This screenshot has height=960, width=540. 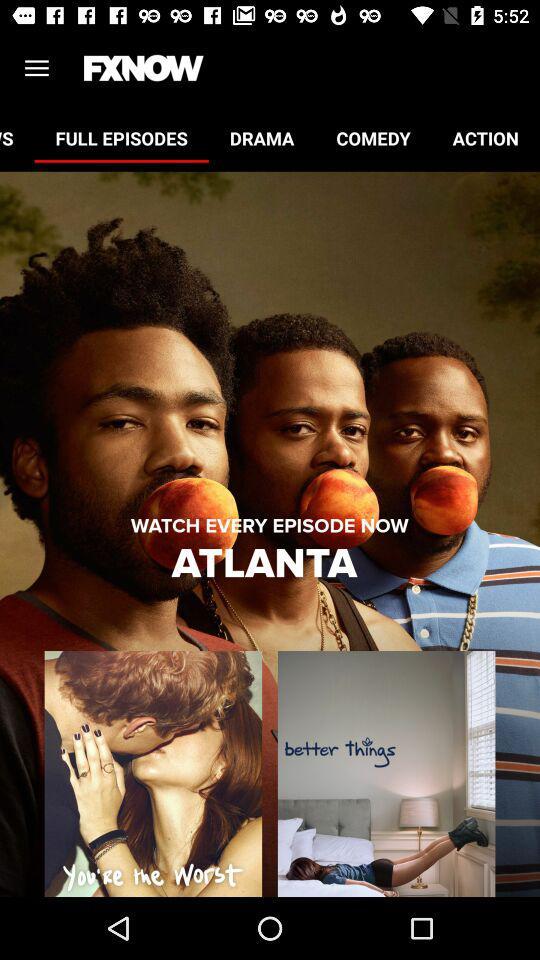 What do you see at coordinates (373, 137) in the screenshot?
I see `the icon to the right of the drama` at bounding box center [373, 137].